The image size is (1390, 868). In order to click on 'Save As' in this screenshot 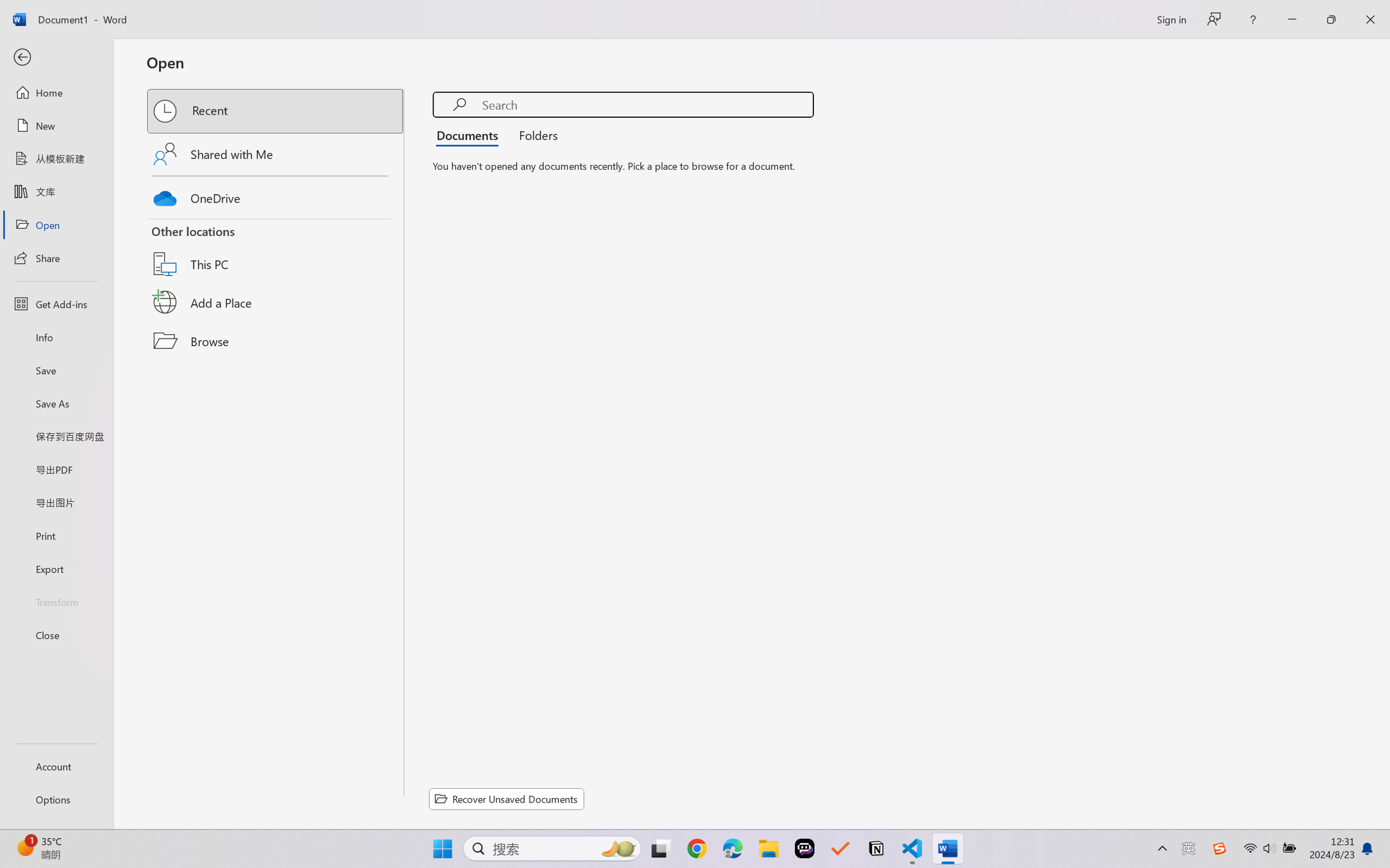, I will do `click(56, 403)`.